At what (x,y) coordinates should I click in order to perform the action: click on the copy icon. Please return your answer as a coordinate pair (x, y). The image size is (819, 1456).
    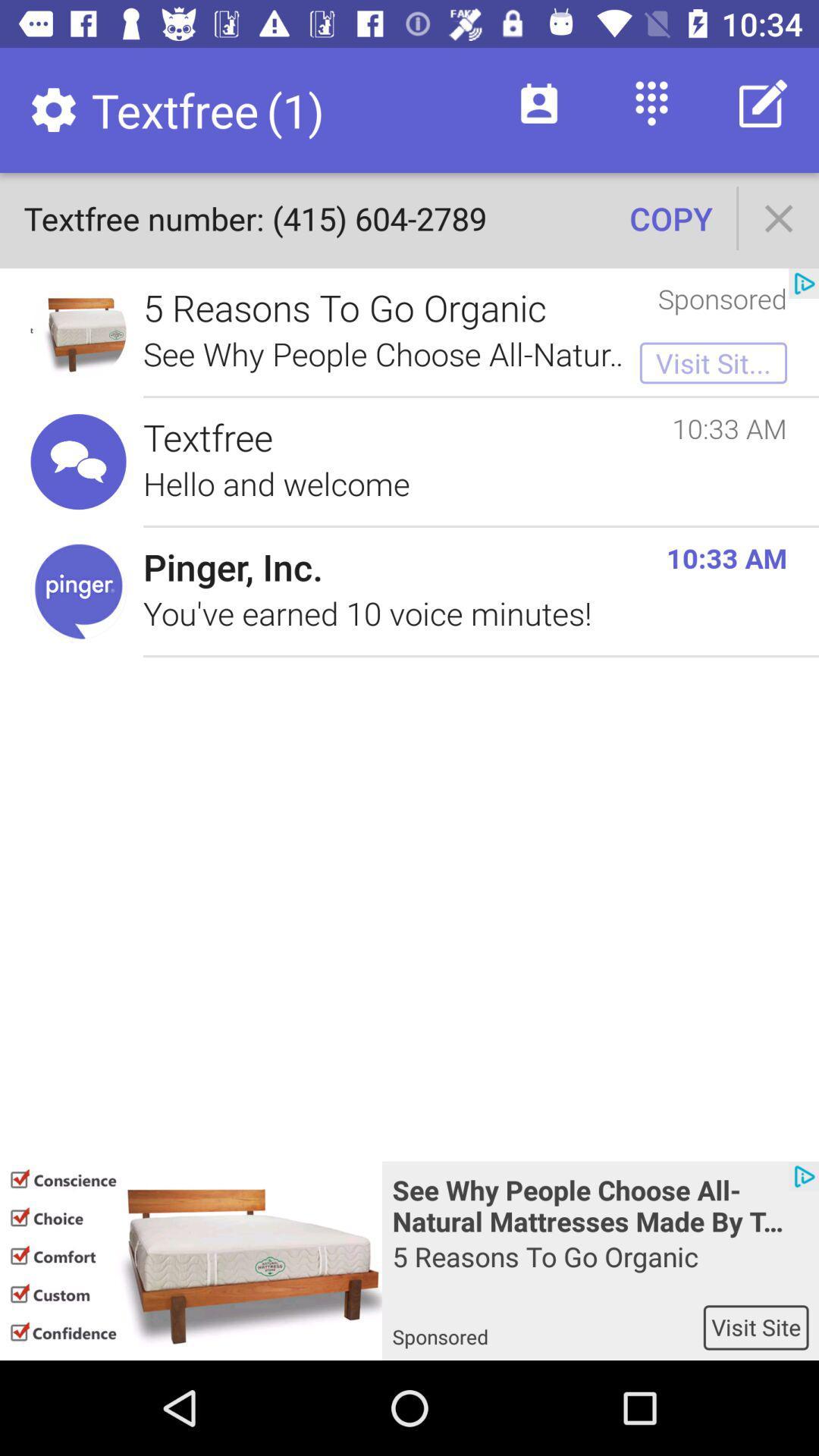
    Looking at the image, I should click on (670, 218).